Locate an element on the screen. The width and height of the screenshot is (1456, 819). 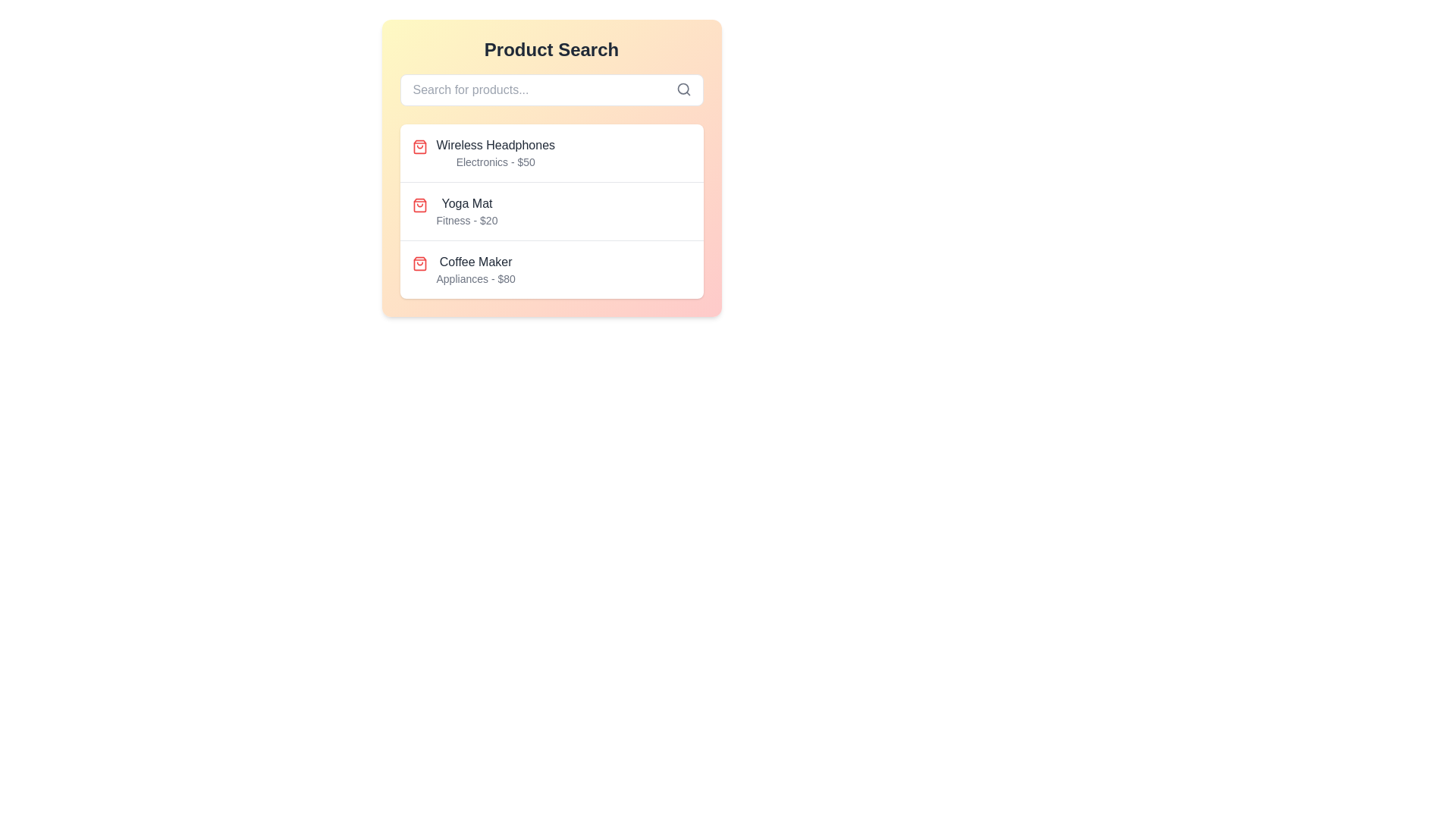
on the text block labeled 'Wireless Headphones' that contains the subtitle 'Electronics - $50' is located at coordinates (495, 152).